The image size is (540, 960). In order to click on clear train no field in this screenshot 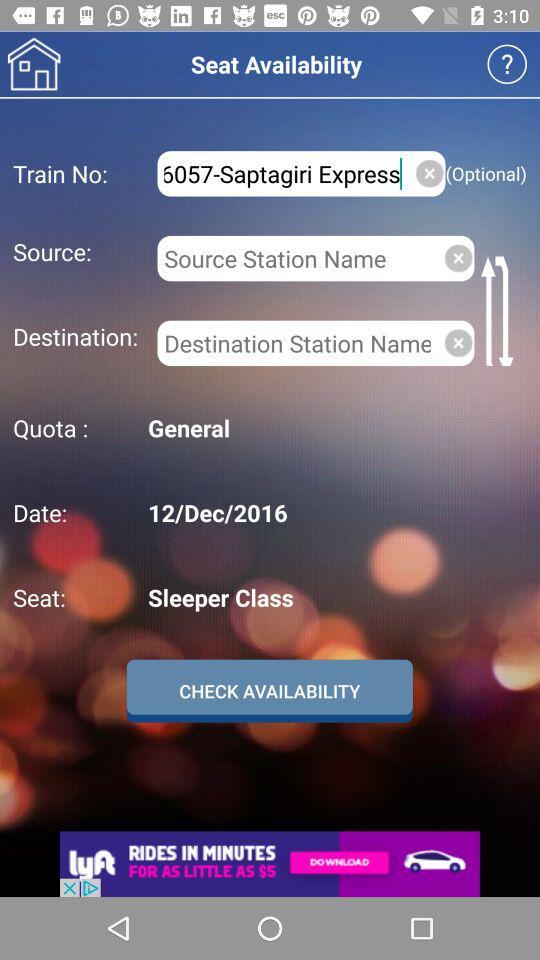, I will do `click(428, 172)`.